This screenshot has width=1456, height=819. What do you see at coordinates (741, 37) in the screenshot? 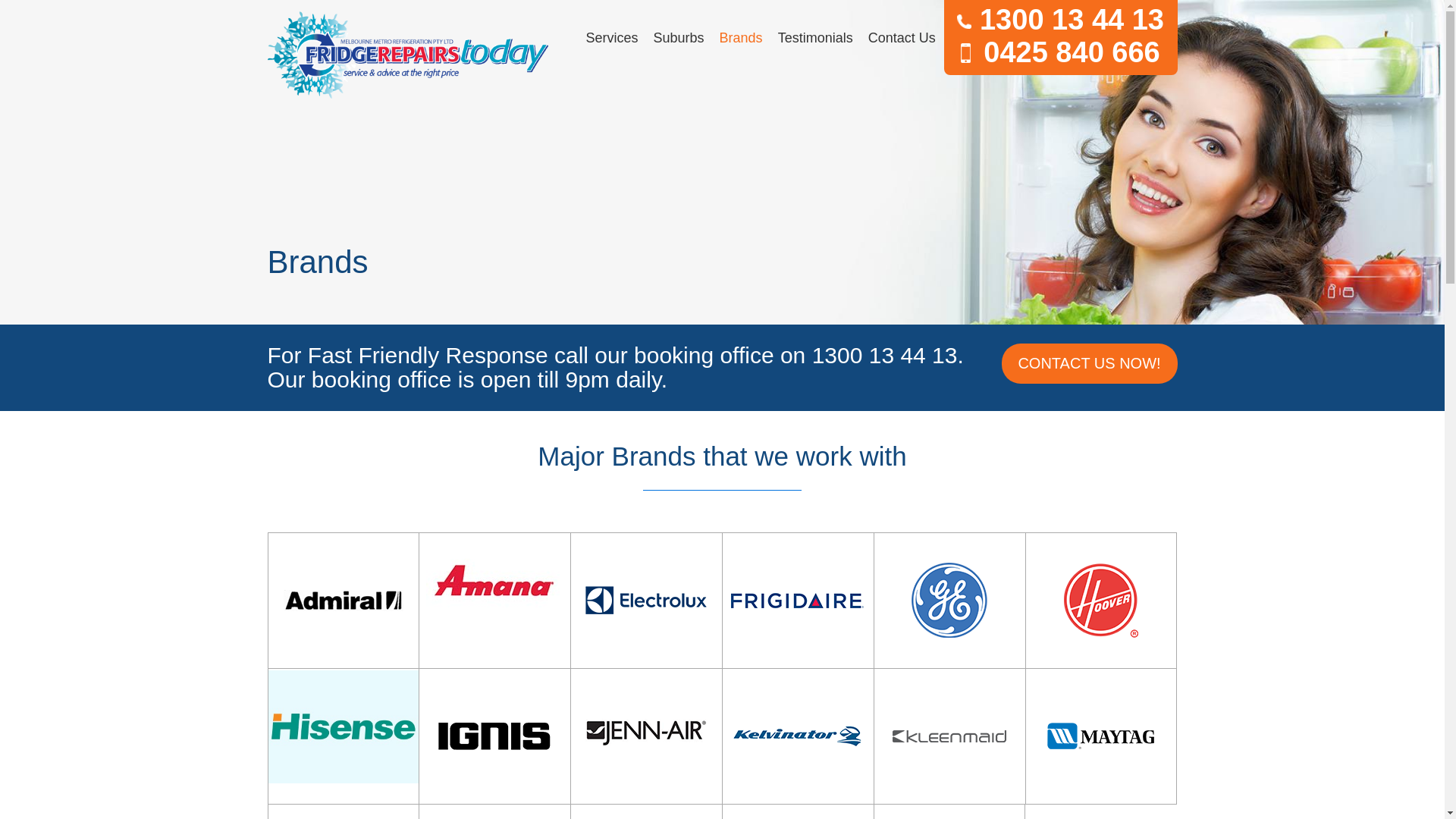
I see `'Brands'` at bounding box center [741, 37].